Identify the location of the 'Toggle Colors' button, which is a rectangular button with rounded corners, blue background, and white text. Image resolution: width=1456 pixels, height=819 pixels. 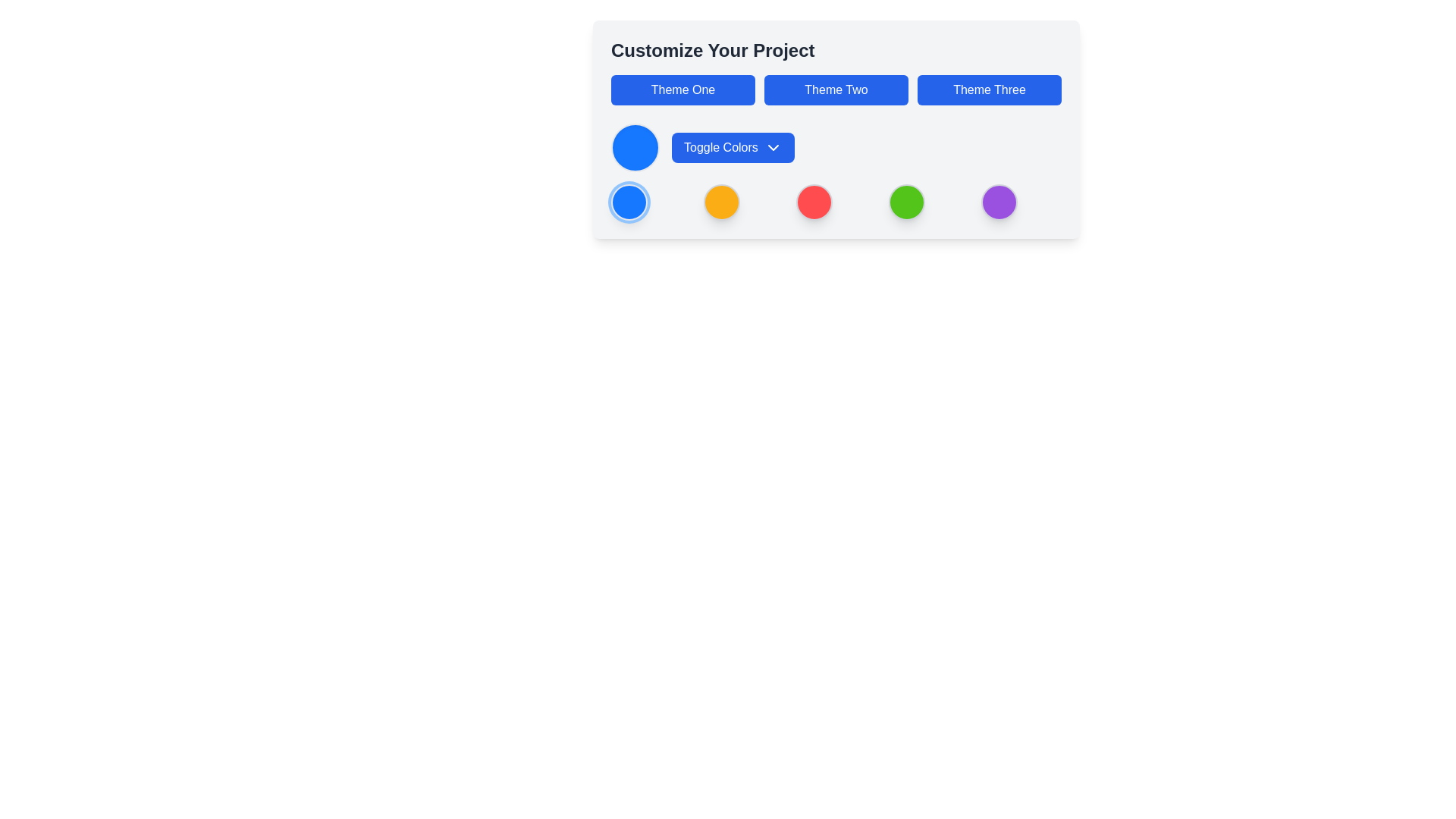
(733, 147).